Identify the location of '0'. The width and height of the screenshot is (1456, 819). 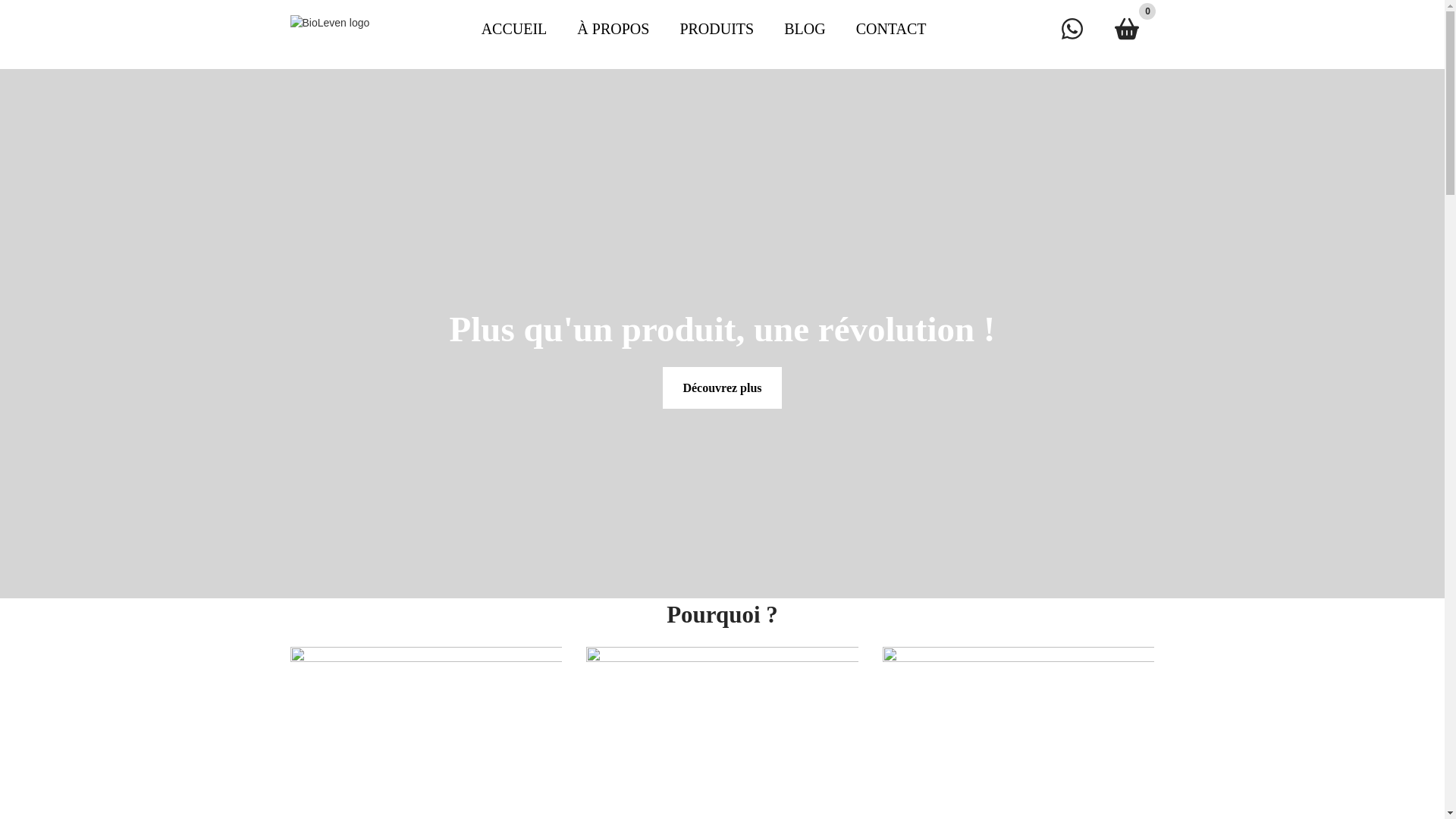
(1127, 29).